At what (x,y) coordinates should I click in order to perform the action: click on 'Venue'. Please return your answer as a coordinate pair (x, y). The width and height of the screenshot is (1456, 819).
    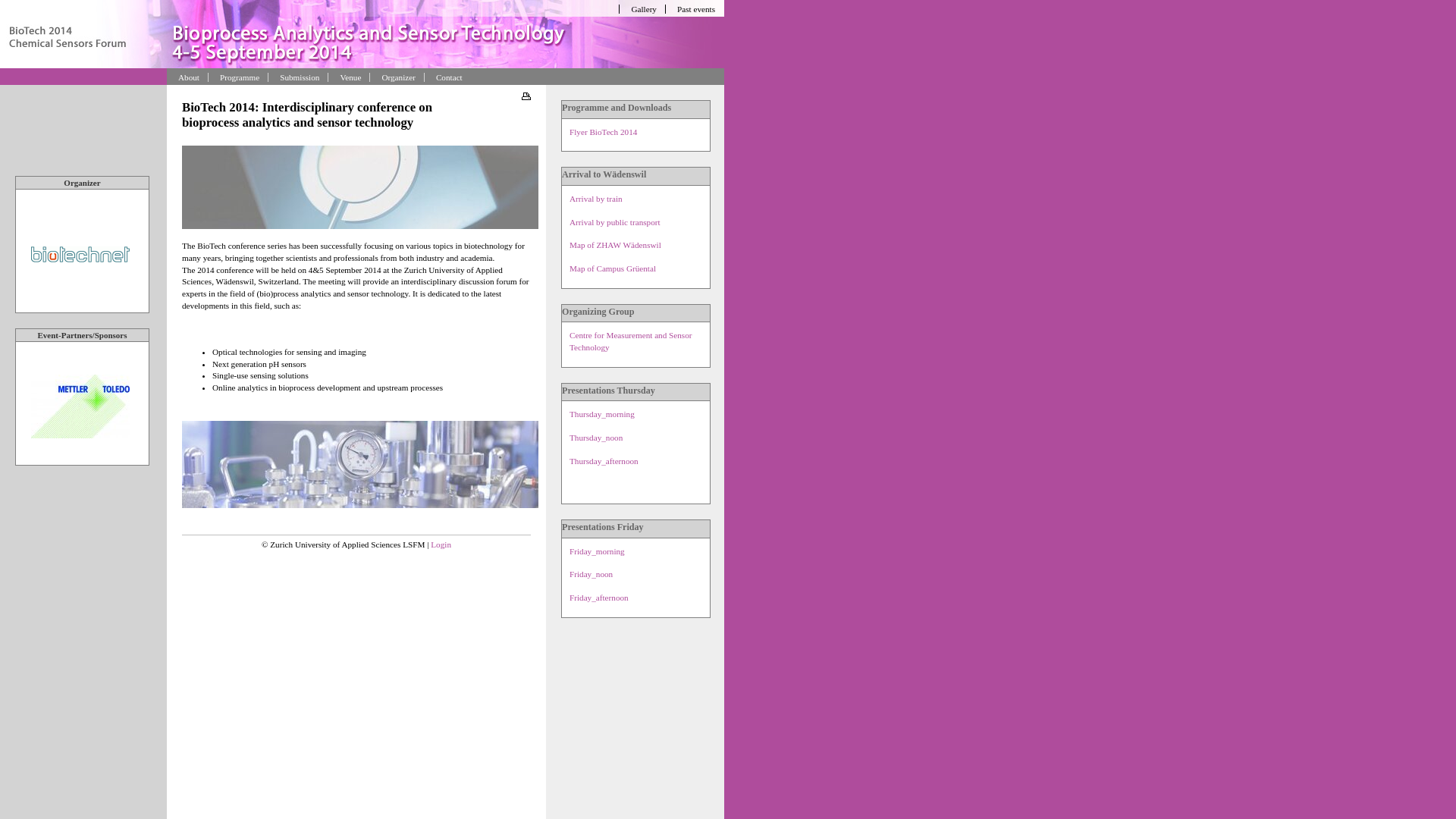
    Looking at the image, I should click on (346, 77).